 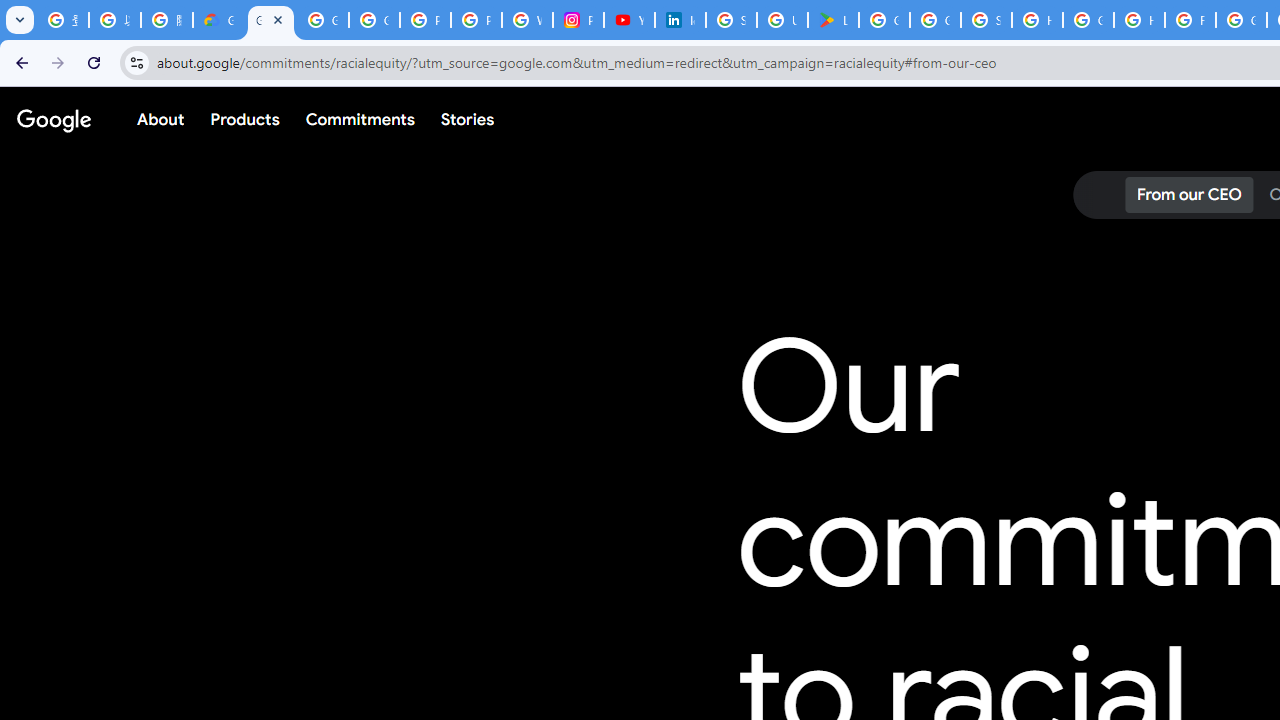 What do you see at coordinates (934, 20) in the screenshot?
I see `'Google Workspace - Specific Terms'` at bounding box center [934, 20].